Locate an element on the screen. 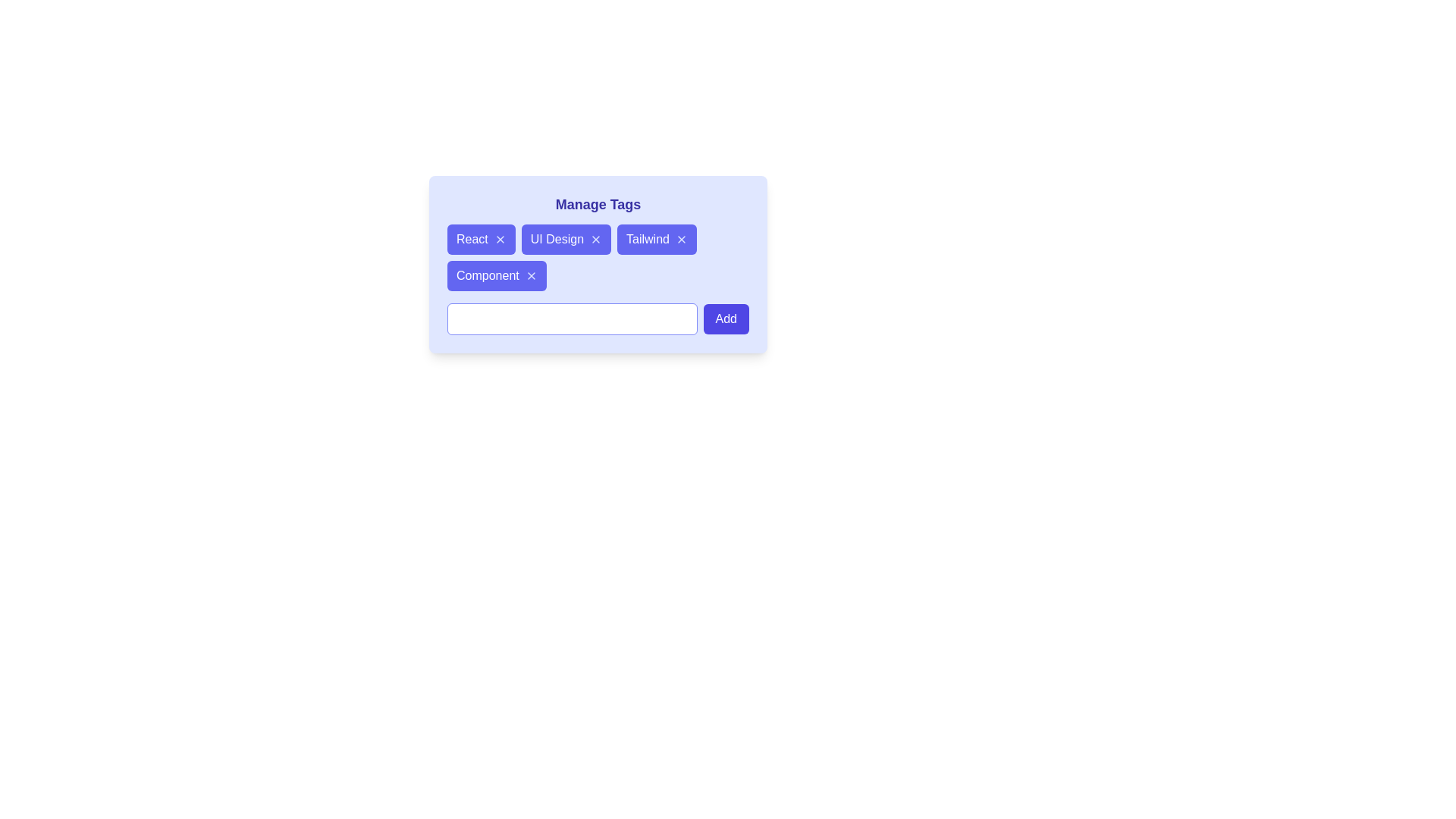 This screenshot has height=819, width=1456. the close button of the tag labeled UI Design to remove it is located at coordinates (595, 239).